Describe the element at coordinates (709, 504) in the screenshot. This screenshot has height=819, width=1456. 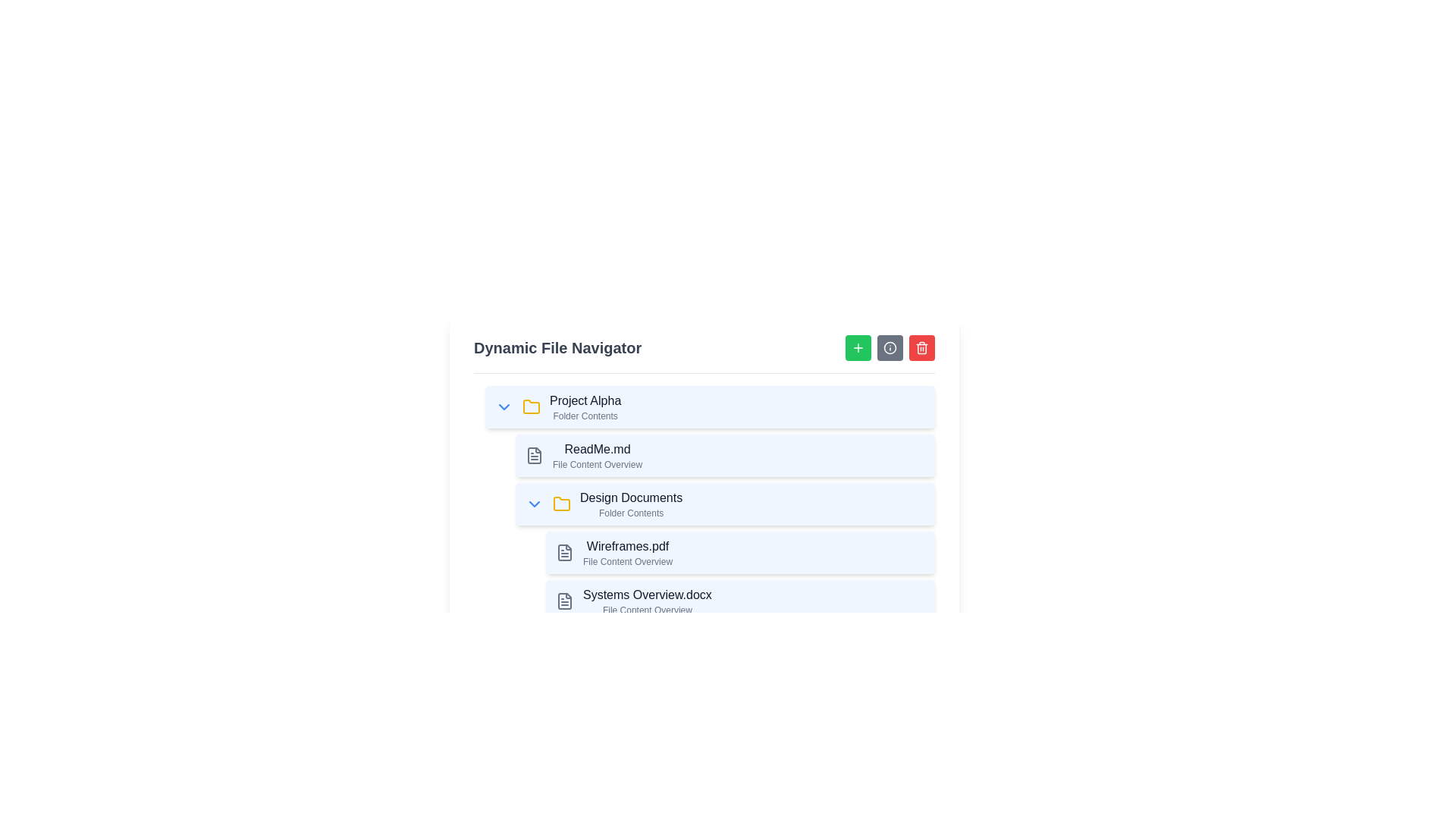
I see `the 'Design Documents' folder item in the navigation list` at that location.